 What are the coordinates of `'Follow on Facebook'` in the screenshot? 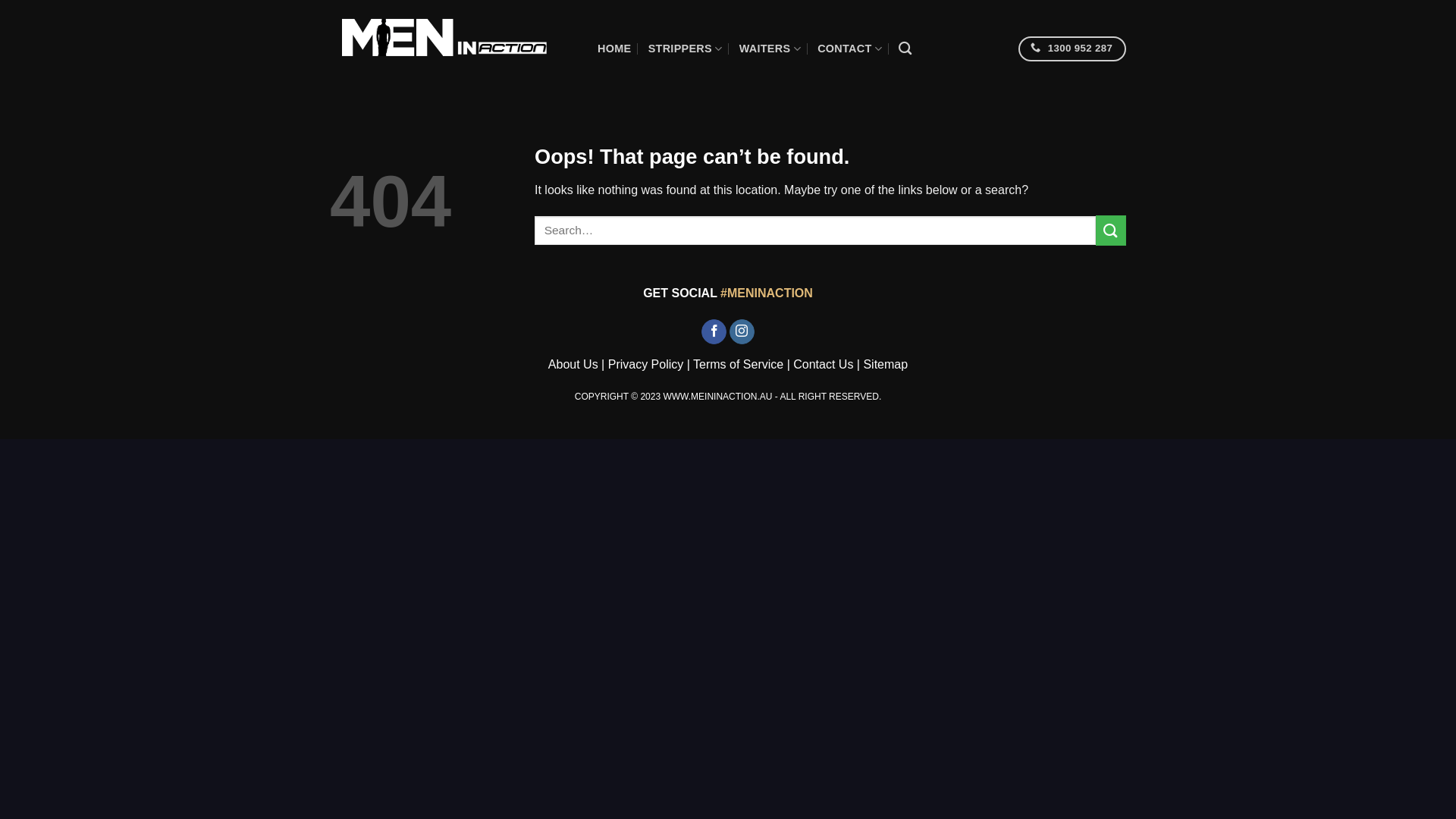 It's located at (713, 331).